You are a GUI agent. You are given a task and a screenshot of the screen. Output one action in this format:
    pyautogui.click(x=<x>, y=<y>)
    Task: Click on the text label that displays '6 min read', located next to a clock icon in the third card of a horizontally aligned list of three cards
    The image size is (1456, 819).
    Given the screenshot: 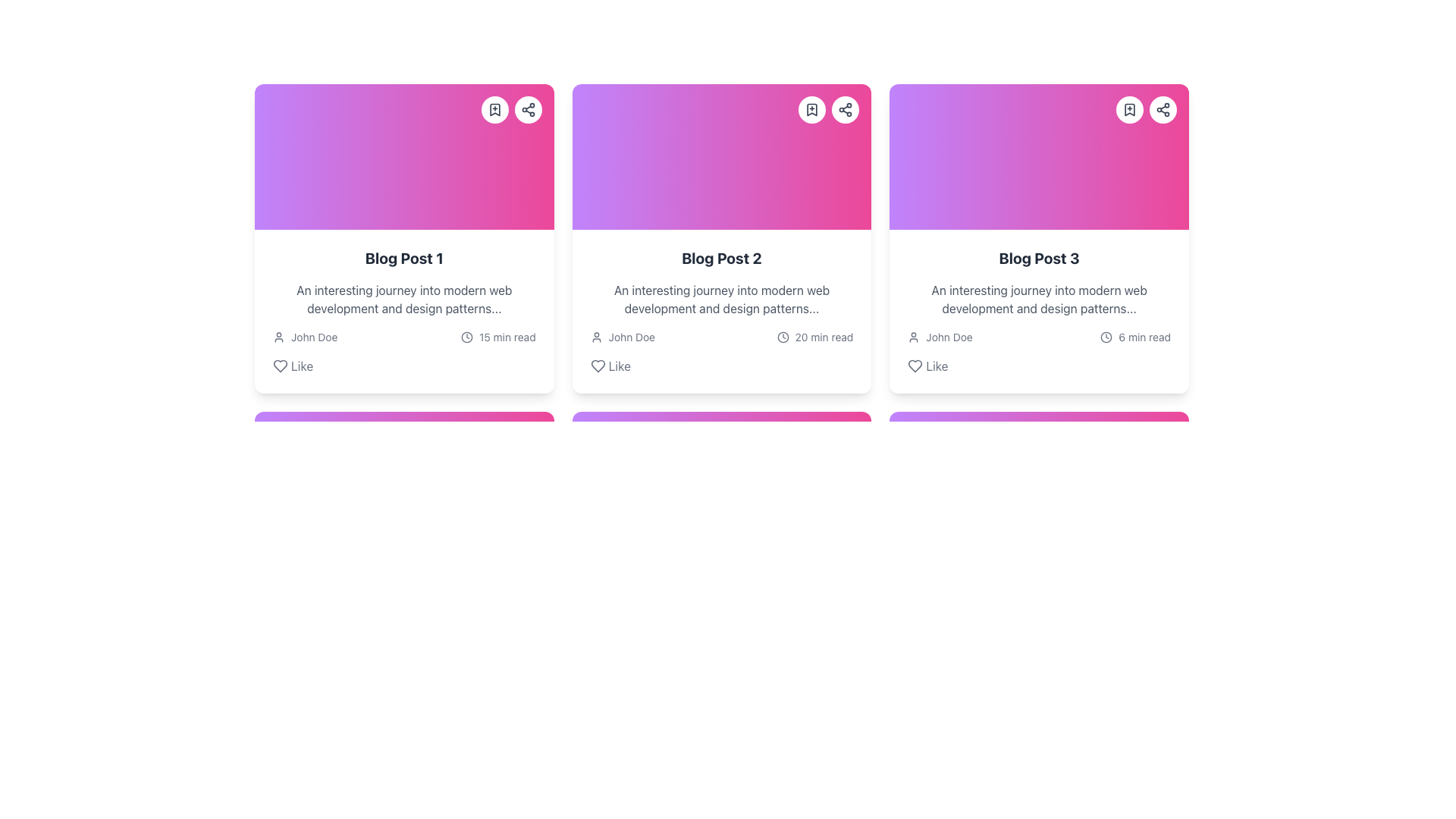 What is the action you would take?
    pyautogui.click(x=1144, y=336)
    